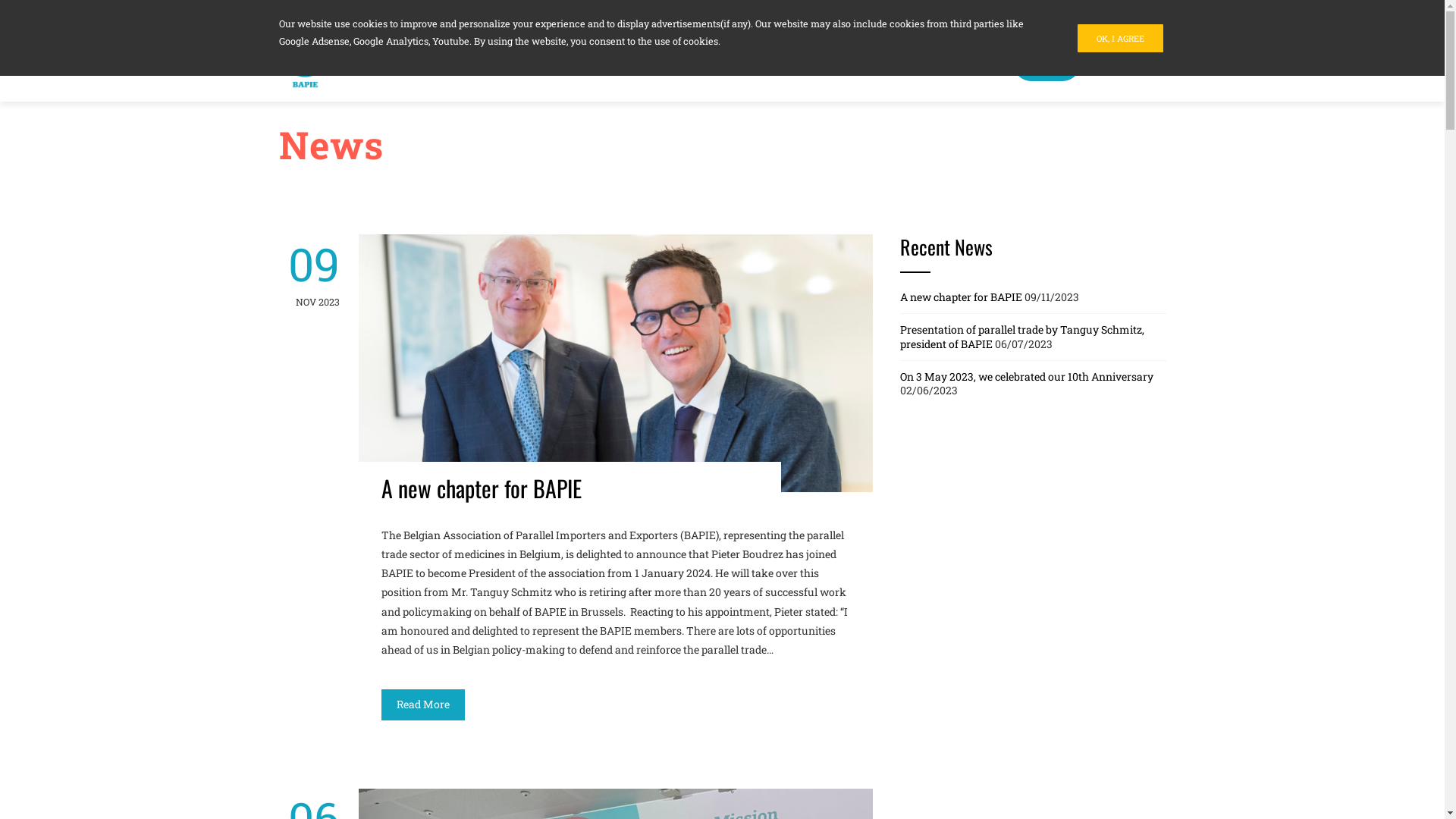  I want to click on 'NEWS', so click(1012, 63).